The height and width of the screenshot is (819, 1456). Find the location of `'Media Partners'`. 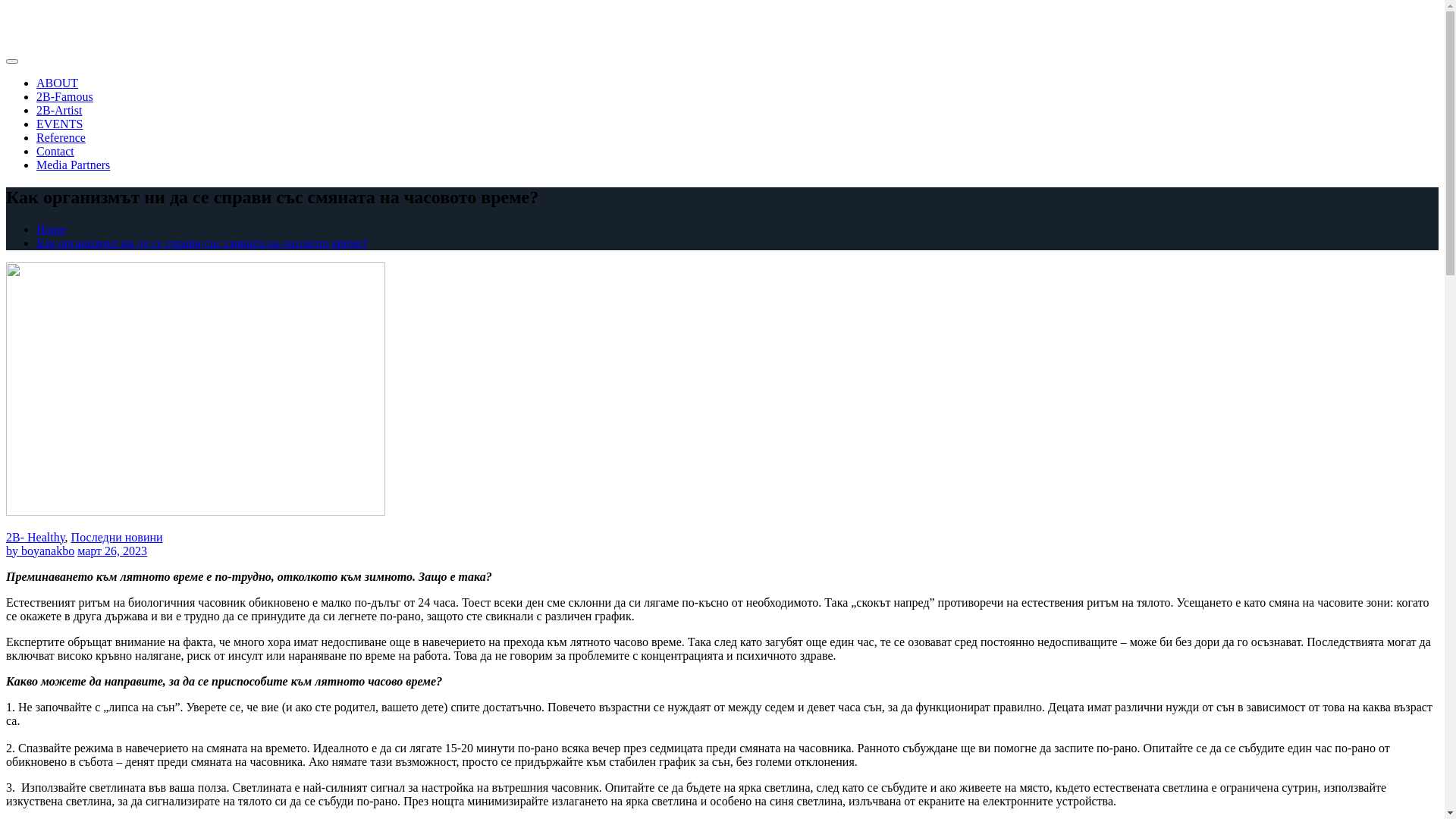

'Media Partners' is located at coordinates (36, 165).